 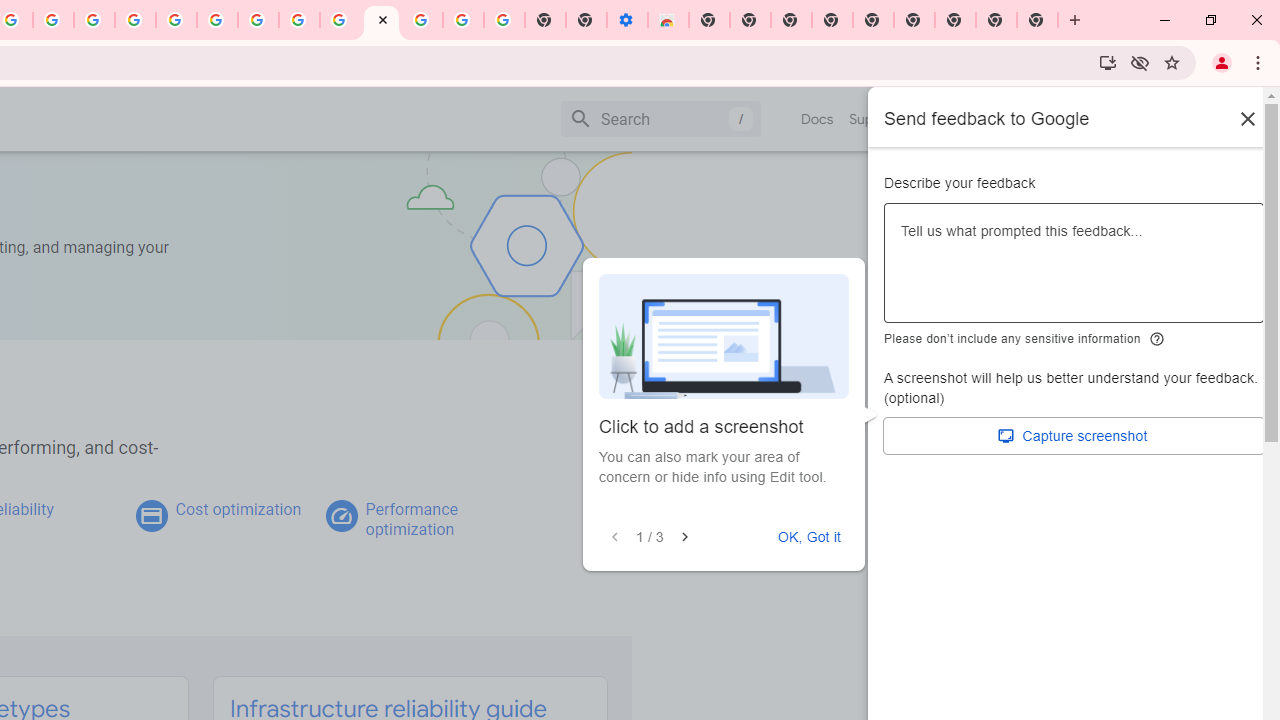 I want to click on 'Browse the Google Chrome Community - Google Chrome Community', so click(x=340, y=20).